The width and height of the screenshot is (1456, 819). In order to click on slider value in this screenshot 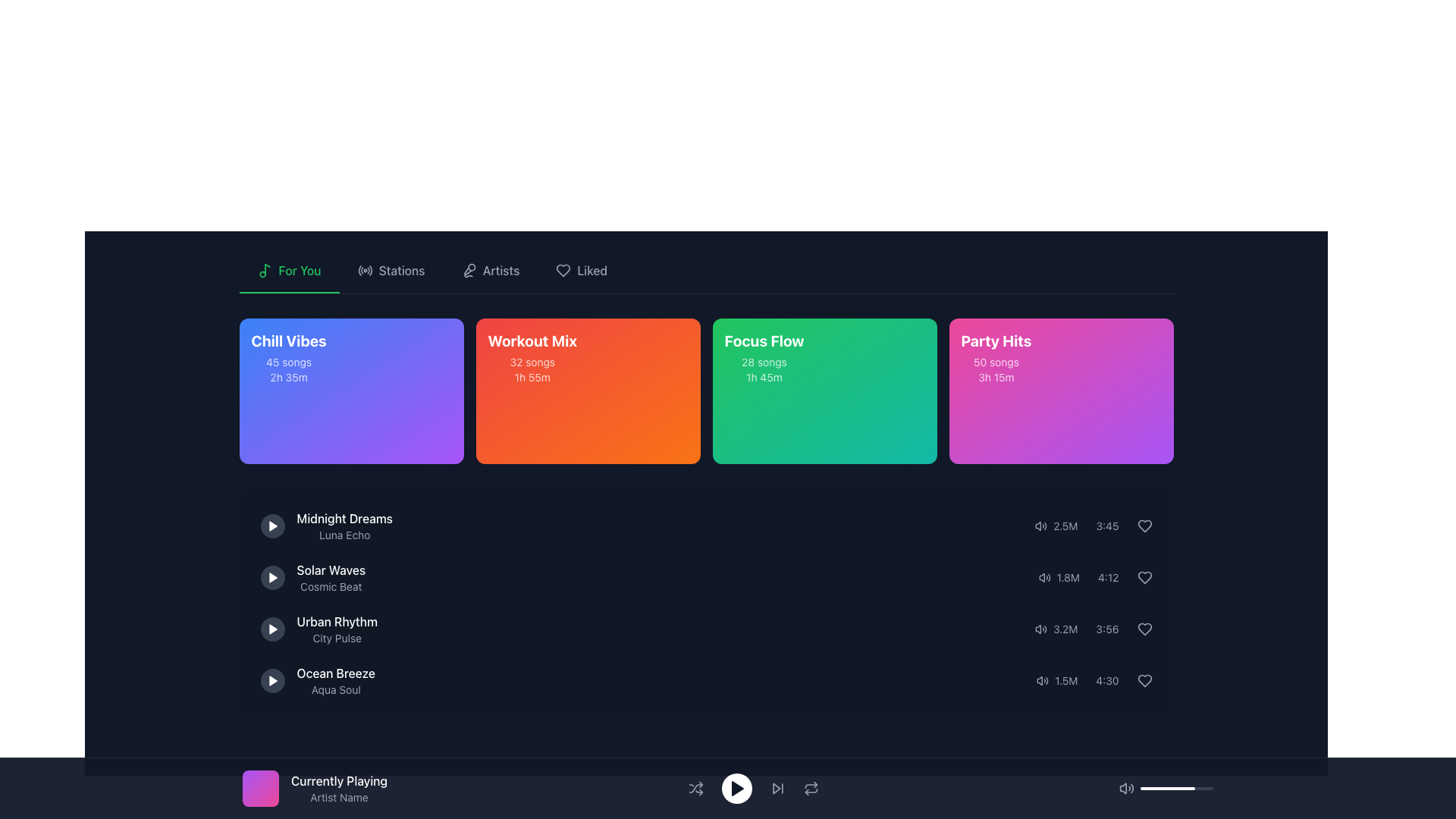, I will do `click(1150, 788)`.